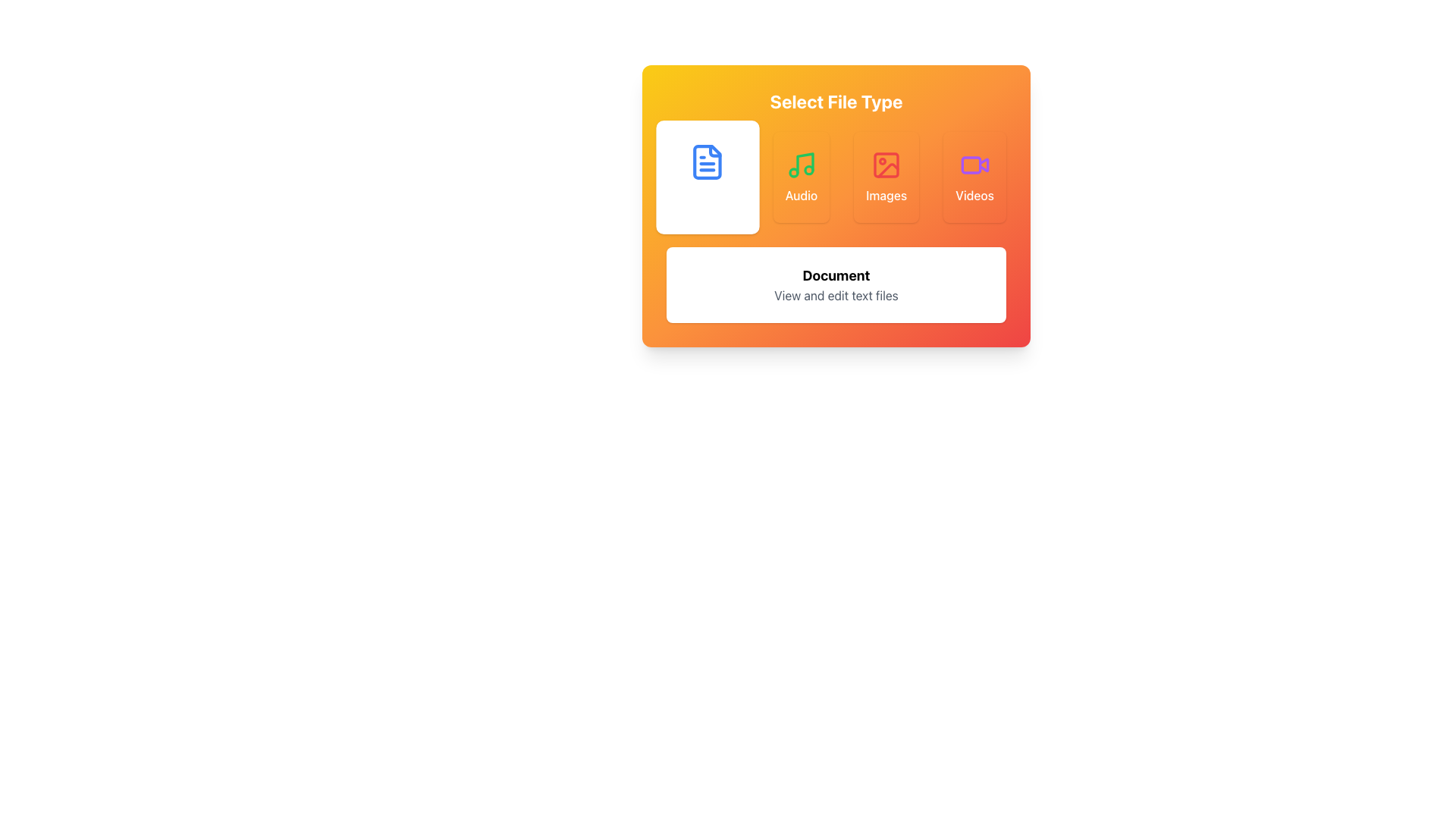 The image size is (1456, 819). Describe the element at coordinates (800, 195) in the screenshot. I see `the 'Audio' text label, which is styled with a medium-weight font in white color on an orange background, located at the bottom of a button-like structure within the 'Select File Type' card` at that location.